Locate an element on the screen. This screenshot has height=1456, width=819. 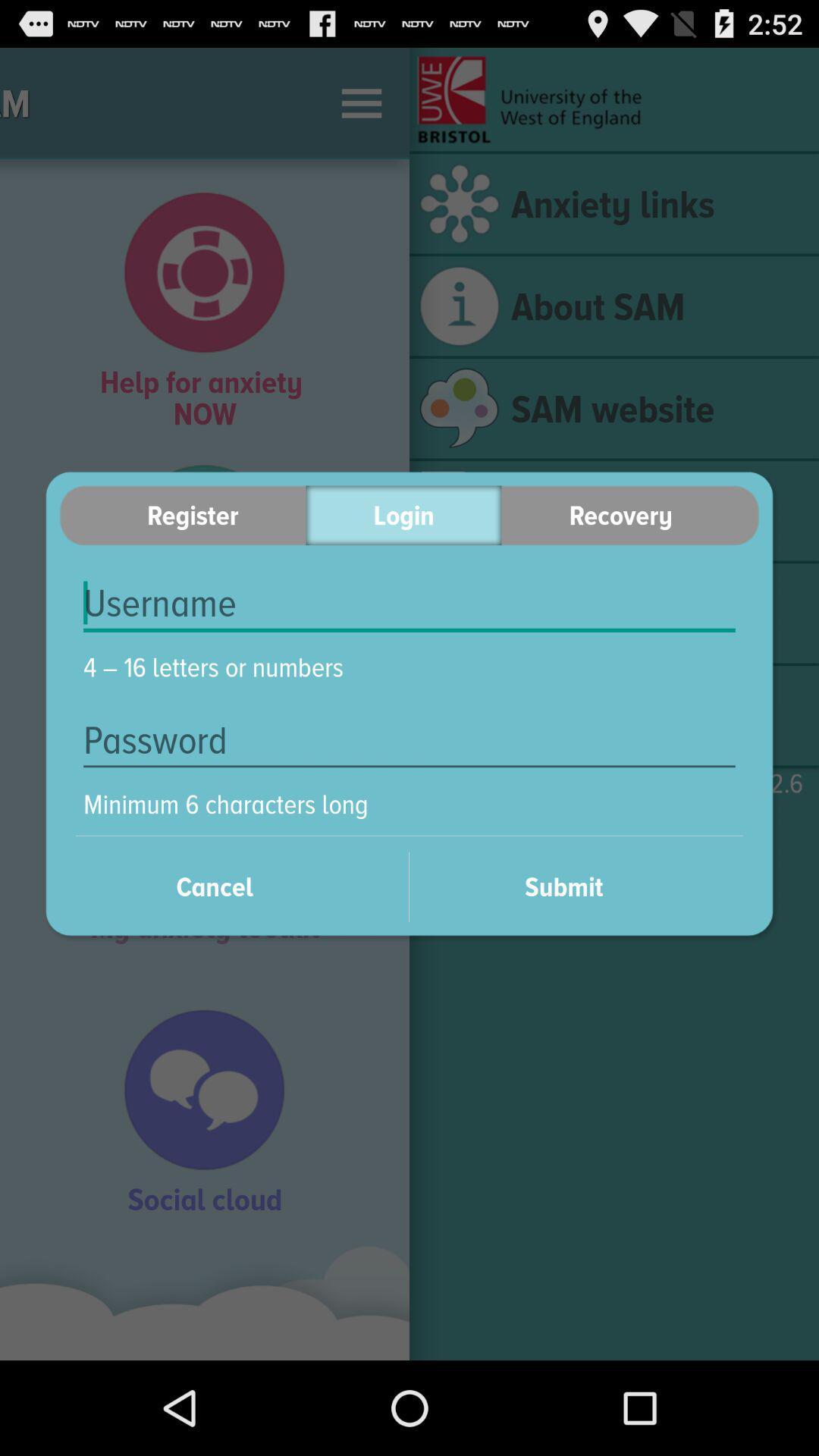
cancel item is located at coordinates (234, 886).